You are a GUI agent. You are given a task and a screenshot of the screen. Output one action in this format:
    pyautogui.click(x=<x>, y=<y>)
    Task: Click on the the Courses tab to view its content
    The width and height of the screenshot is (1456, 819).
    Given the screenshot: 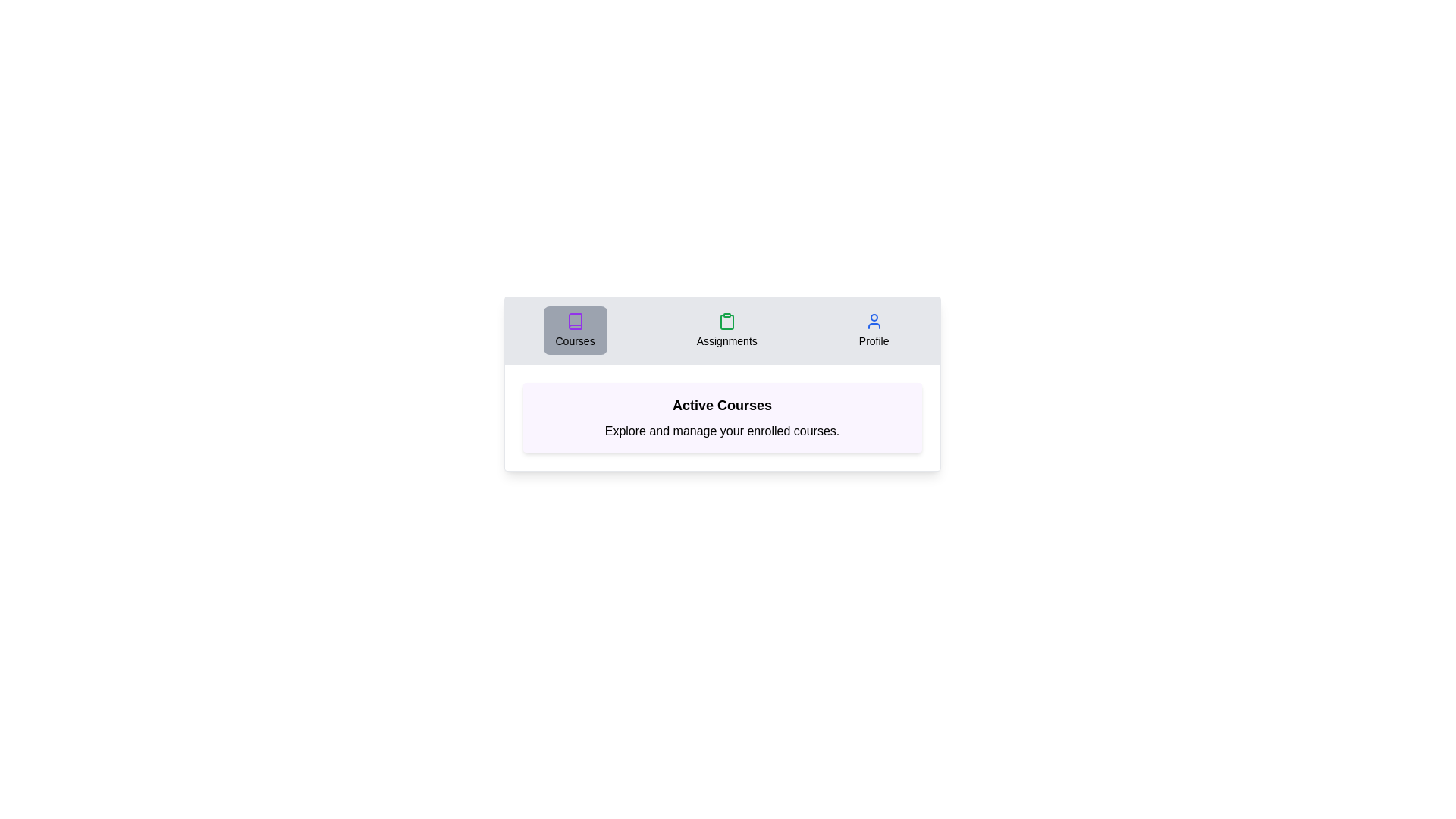 What is the action you would take?
    pyautogui.click(x=574, y=329)
    